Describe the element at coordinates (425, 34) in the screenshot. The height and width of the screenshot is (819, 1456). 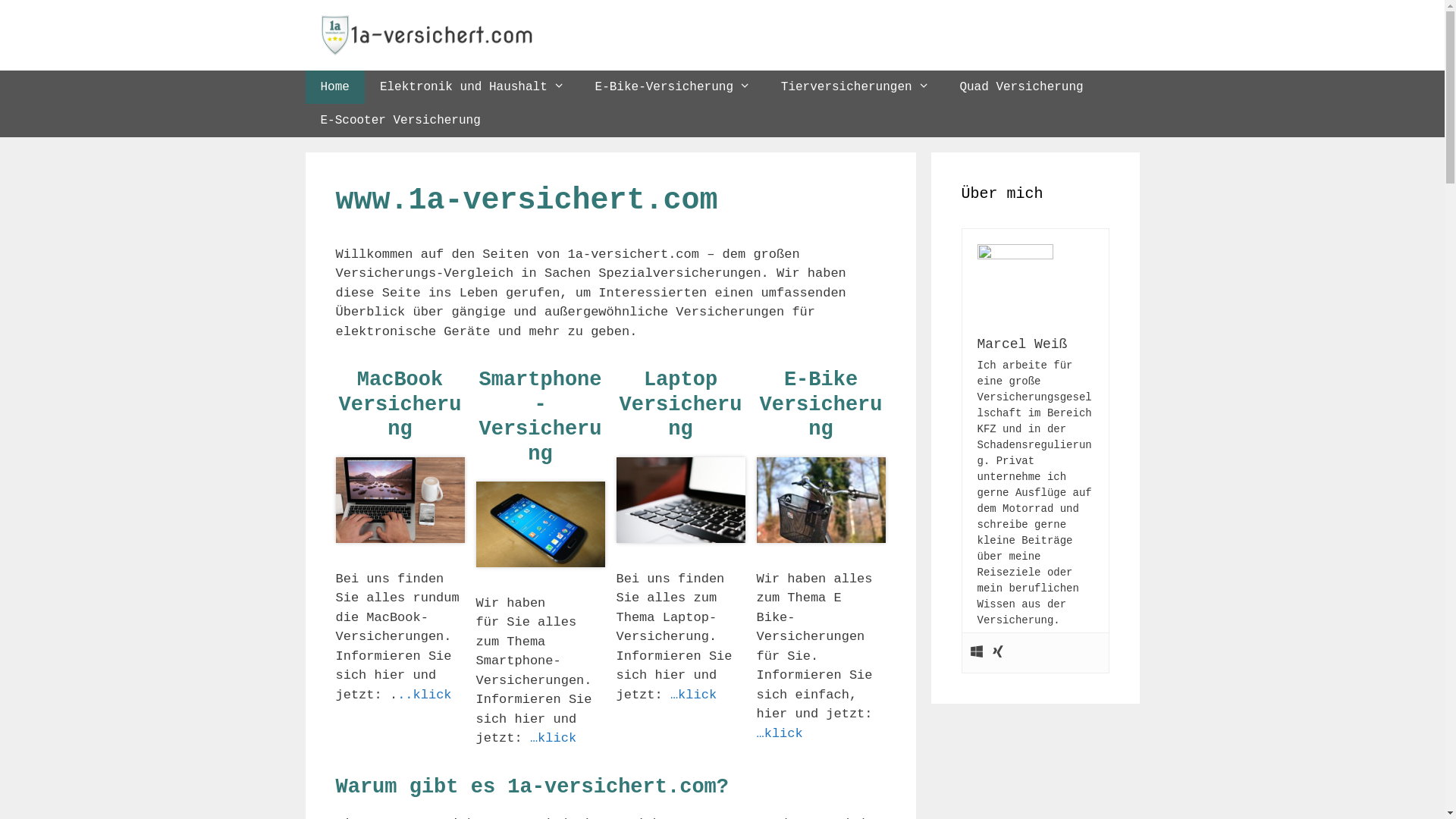
I see `'1a-versichert.com'` at that location.